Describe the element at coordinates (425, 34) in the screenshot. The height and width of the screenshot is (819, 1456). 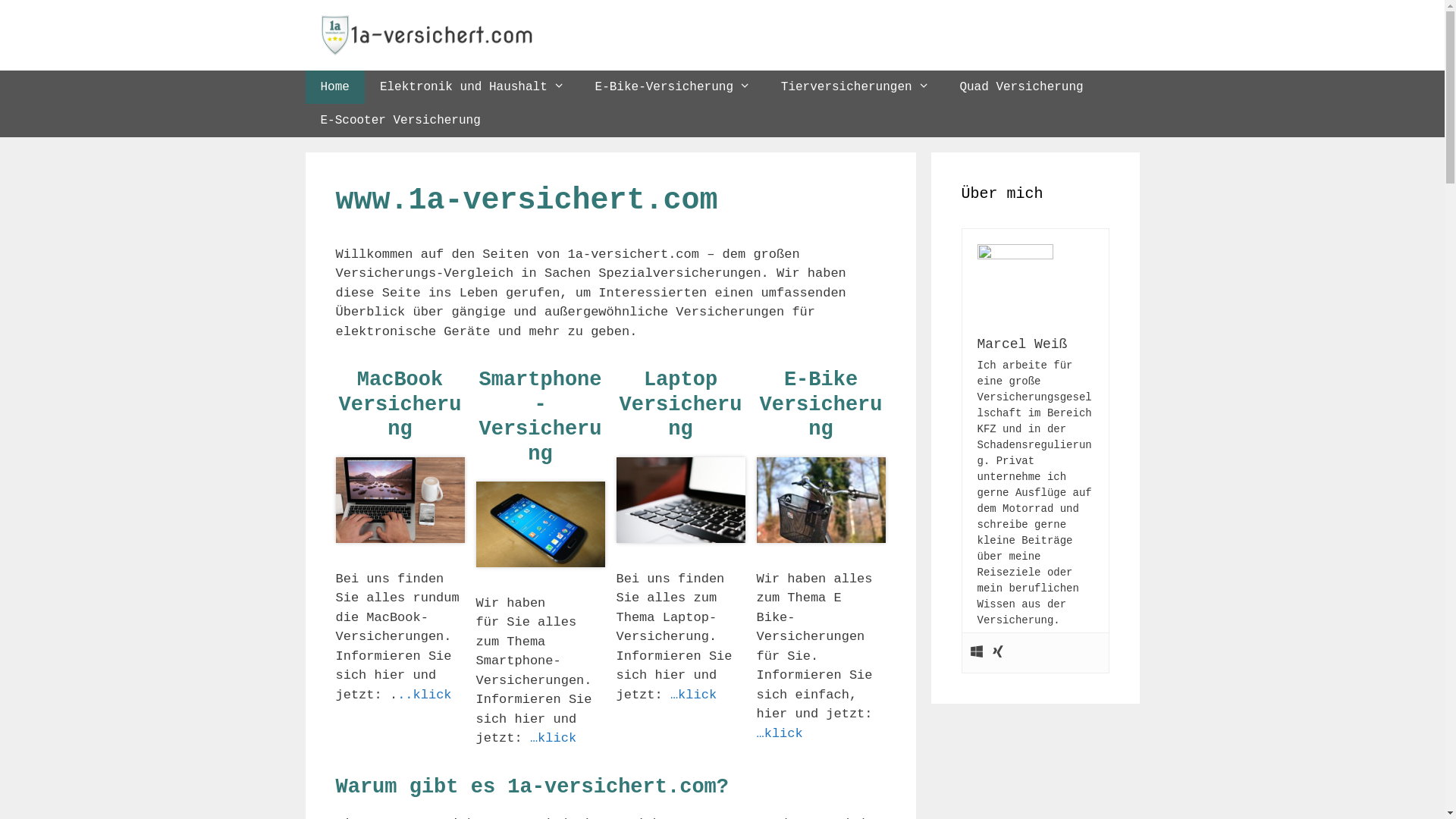
I see `'1a-versichert.com'` at that location.